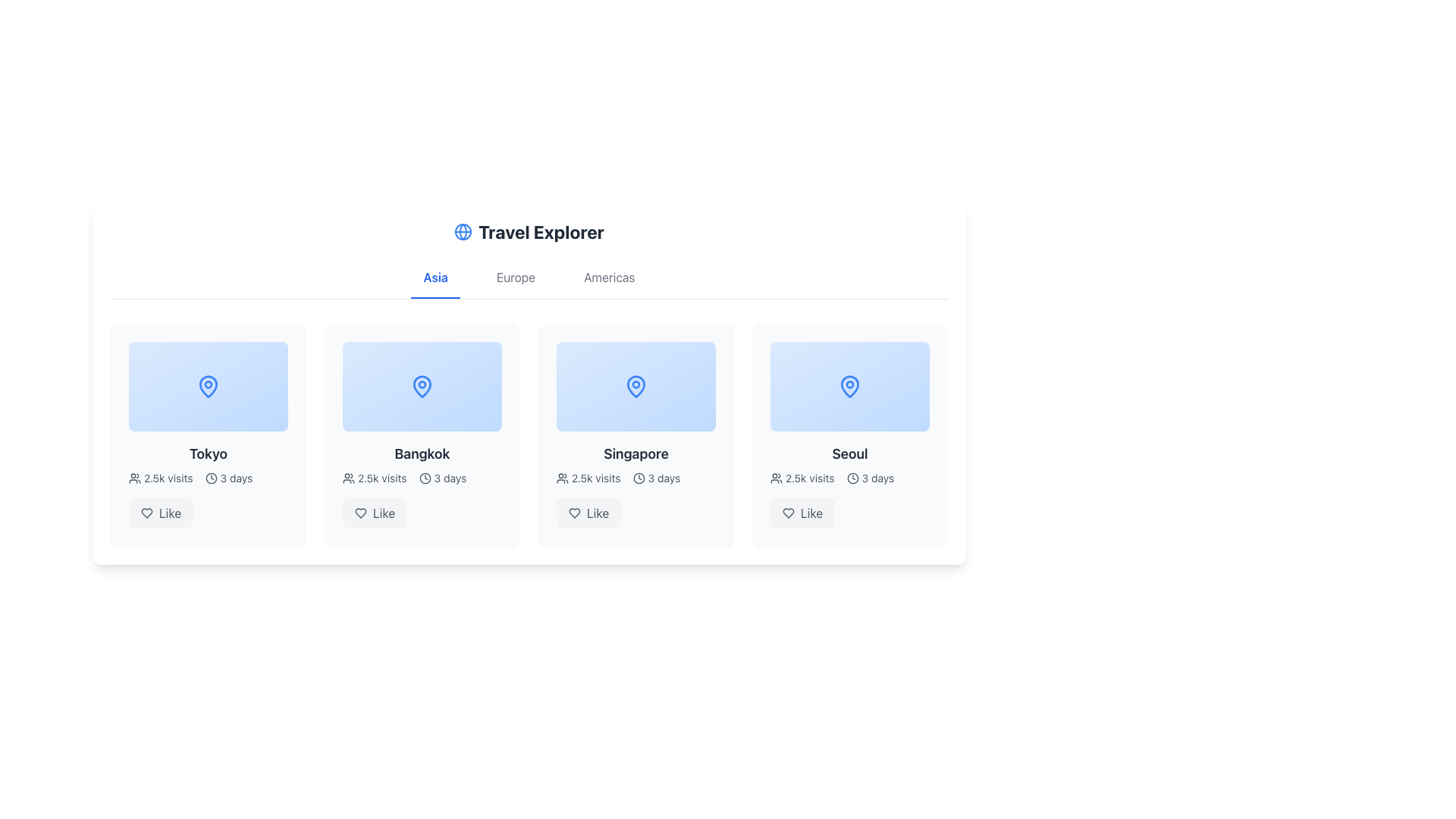 This screenshot has height=819, width=1456. Describe the element at coordinates (422, 385) in the screenshot. I see `the marker pin icon located within the card showcasing the destination 'Bangkok', which is represented by a blue pin icon against a light blue background` at that location.